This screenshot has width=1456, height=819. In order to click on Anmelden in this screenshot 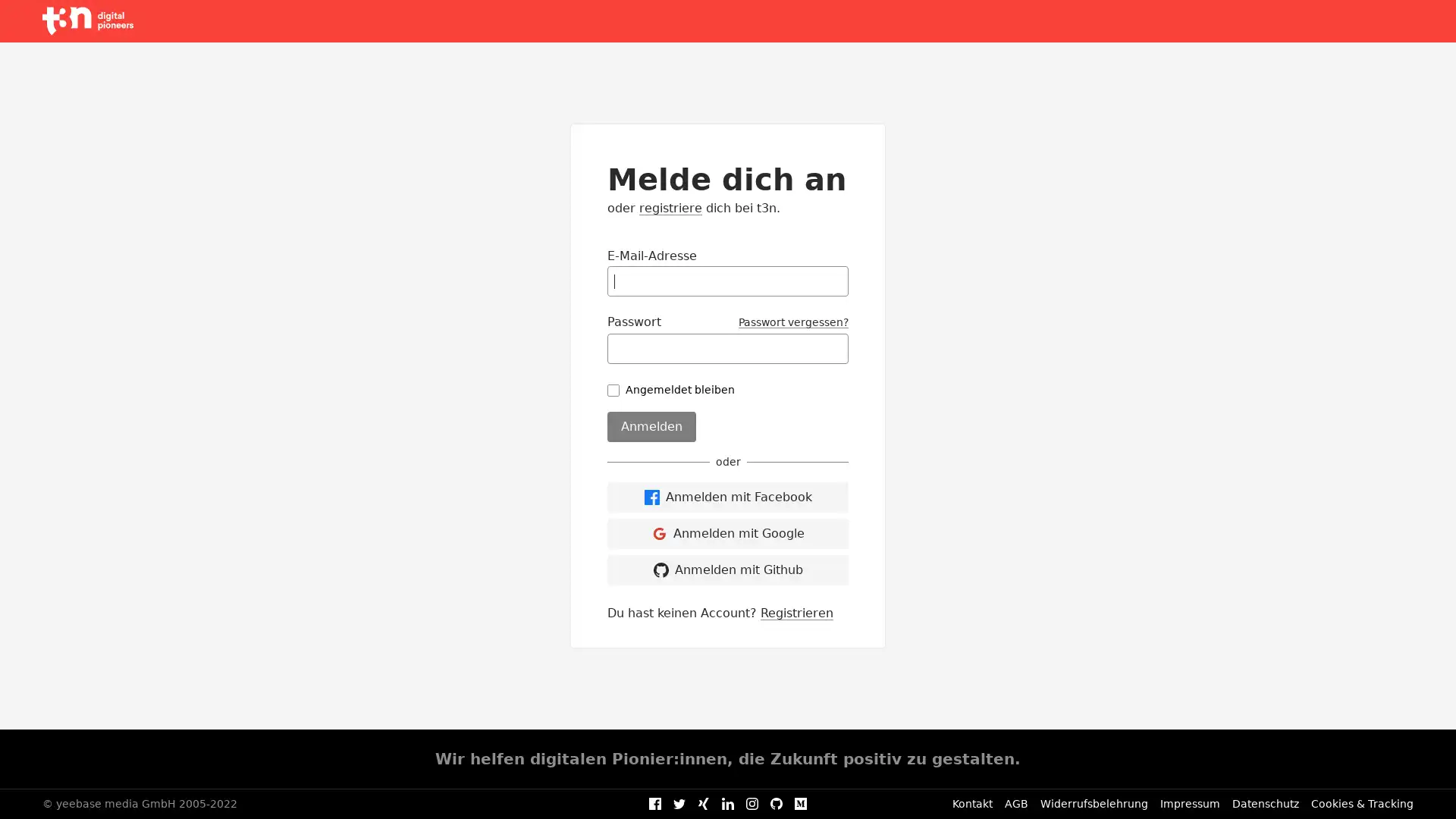, I will do `click(651, 426)`.